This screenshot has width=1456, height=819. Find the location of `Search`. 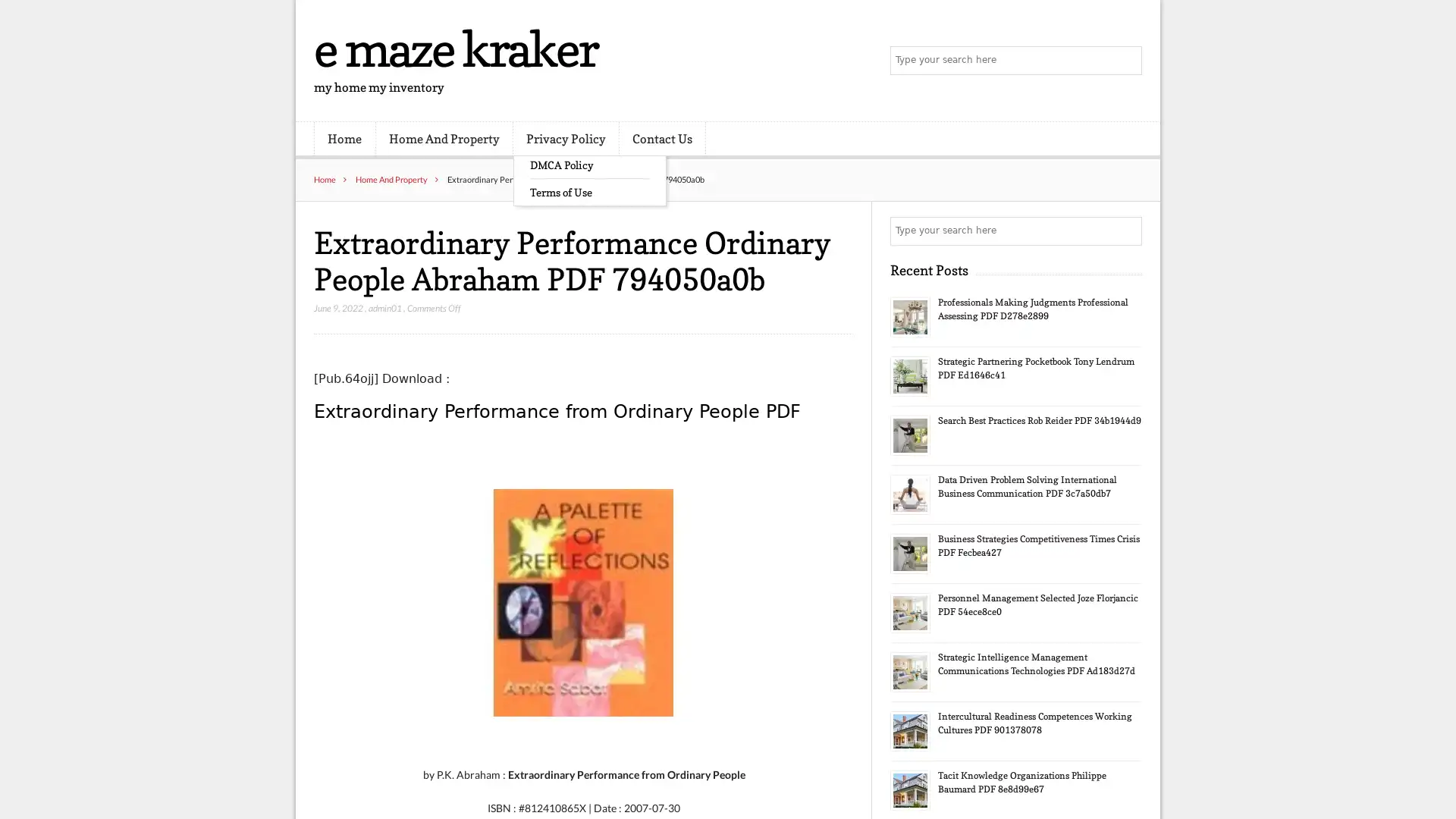

Search is located at coordinates (1126, 61).